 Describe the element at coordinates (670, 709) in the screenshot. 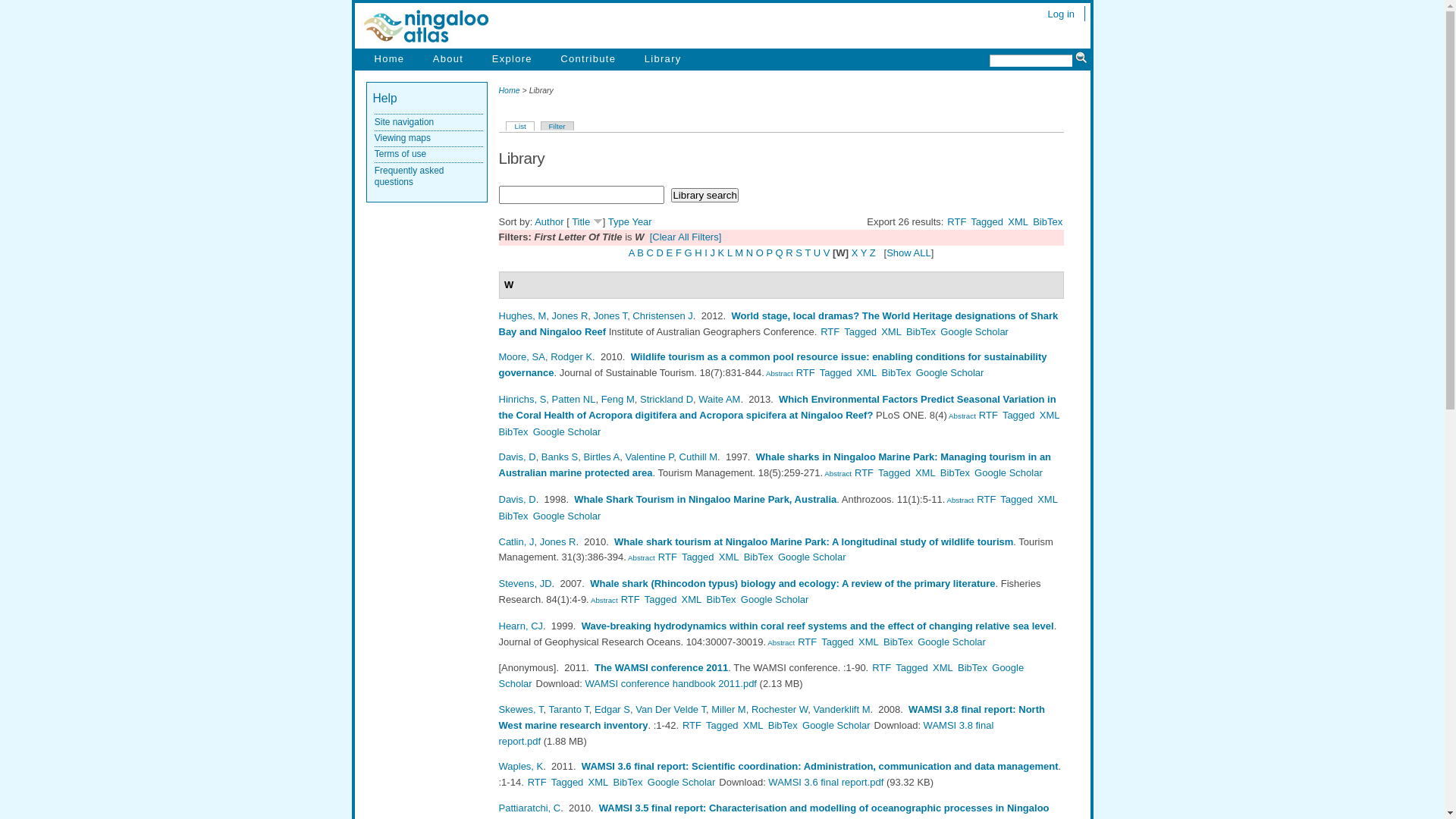

I see `'Van Der Velde T'` at that location.